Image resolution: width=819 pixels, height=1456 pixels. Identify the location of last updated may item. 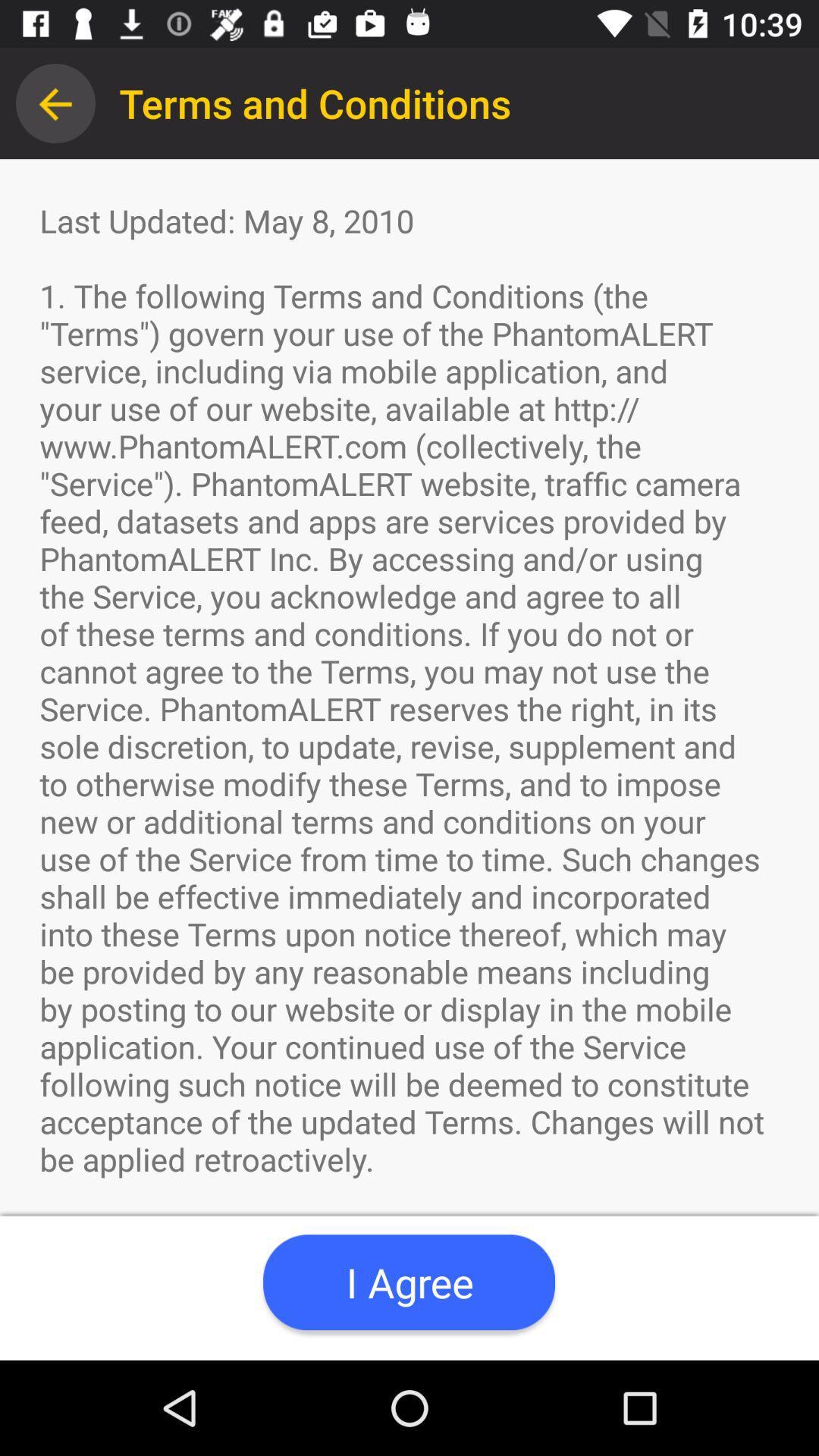
(409, 760).